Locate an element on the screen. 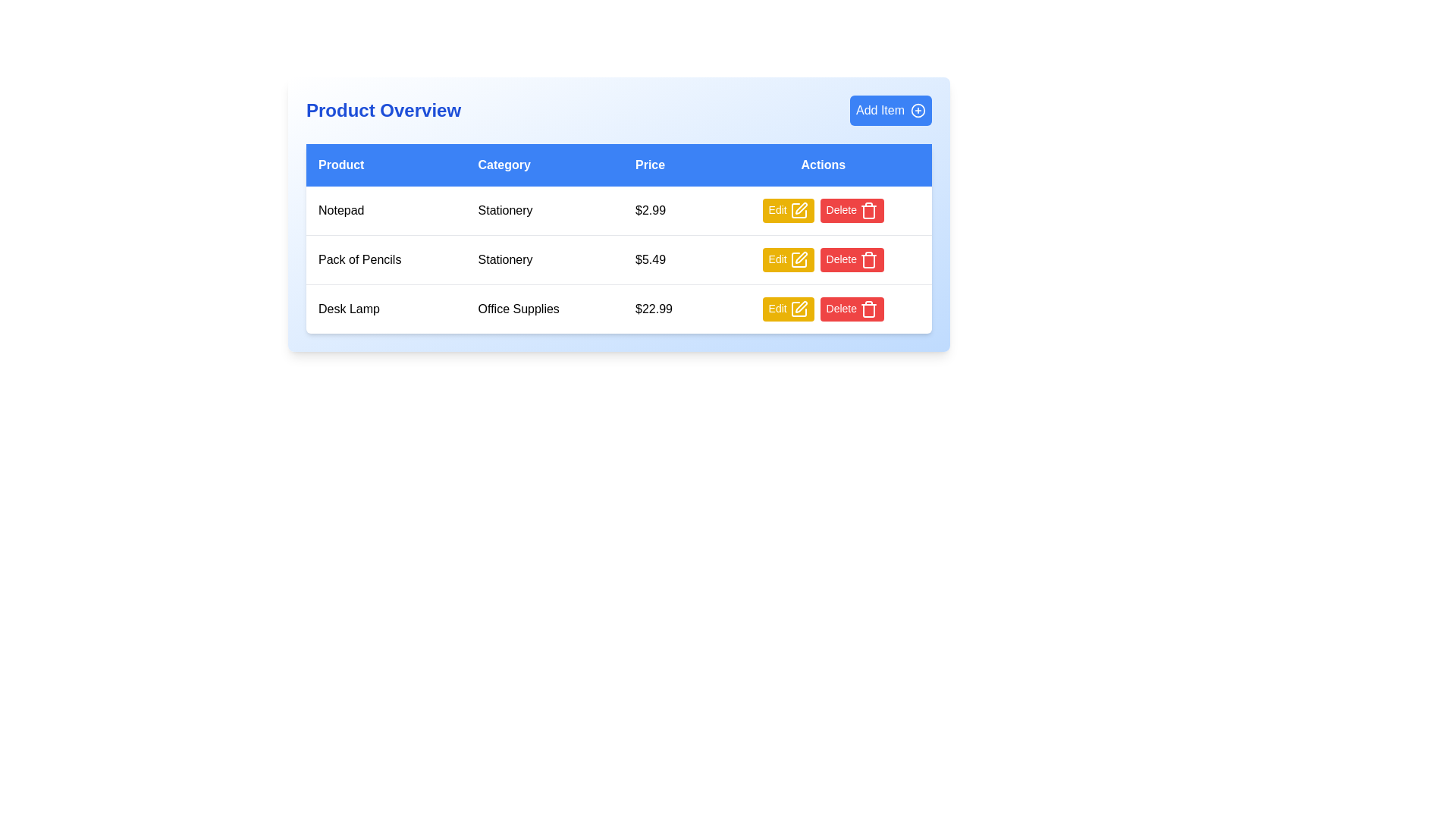 This screenshot has height=819, width=1456. the 'Delete' button located in the last row of the product table in the 'Actions' column is located at coordinates (822, 309).